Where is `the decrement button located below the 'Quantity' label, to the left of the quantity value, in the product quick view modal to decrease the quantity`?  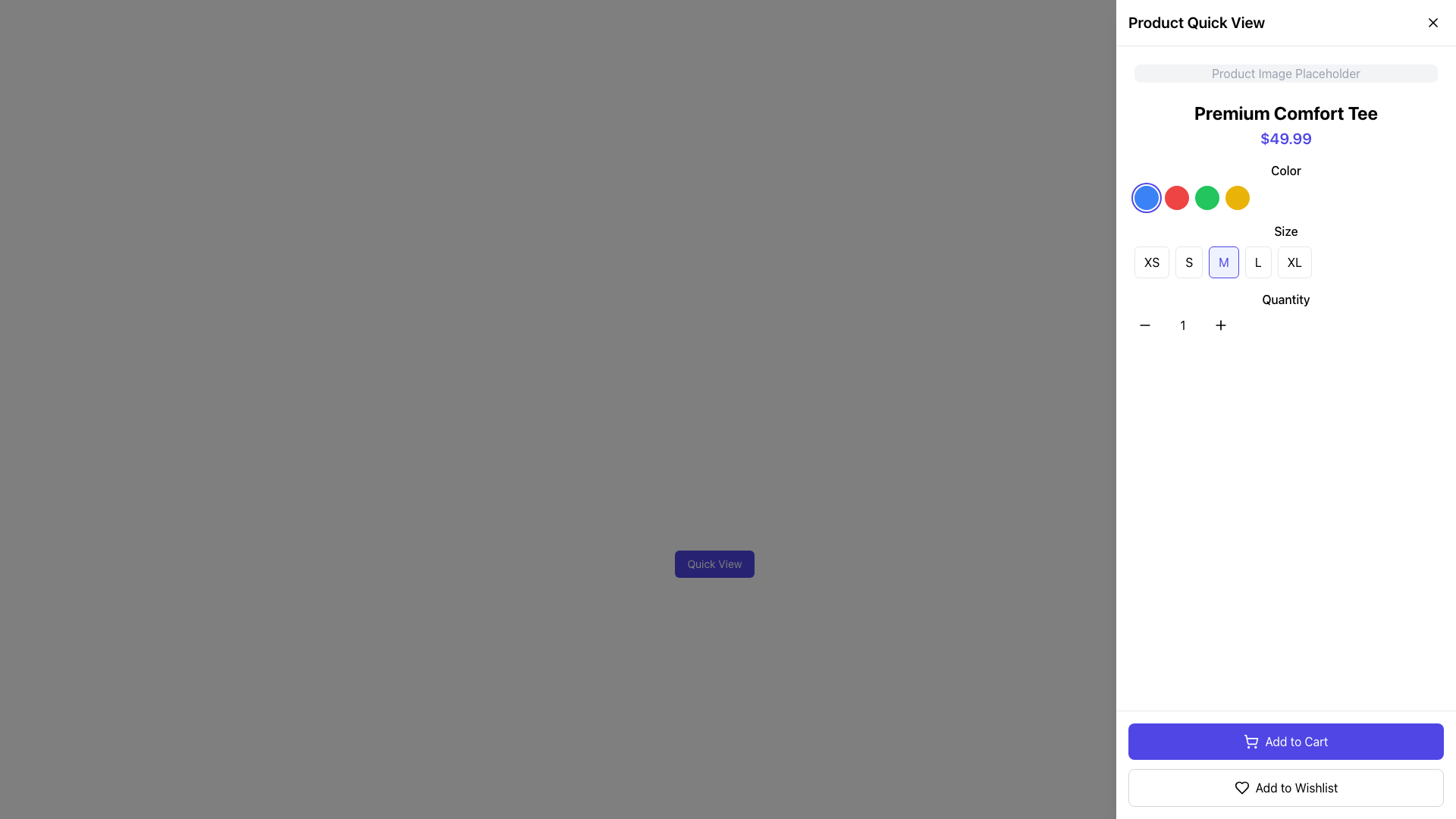 the decrement button located below the 'Quantity' label, to the left of the quantity value, in the product quick view modal to decrease the quantity is located at coordinates (1145, 324).